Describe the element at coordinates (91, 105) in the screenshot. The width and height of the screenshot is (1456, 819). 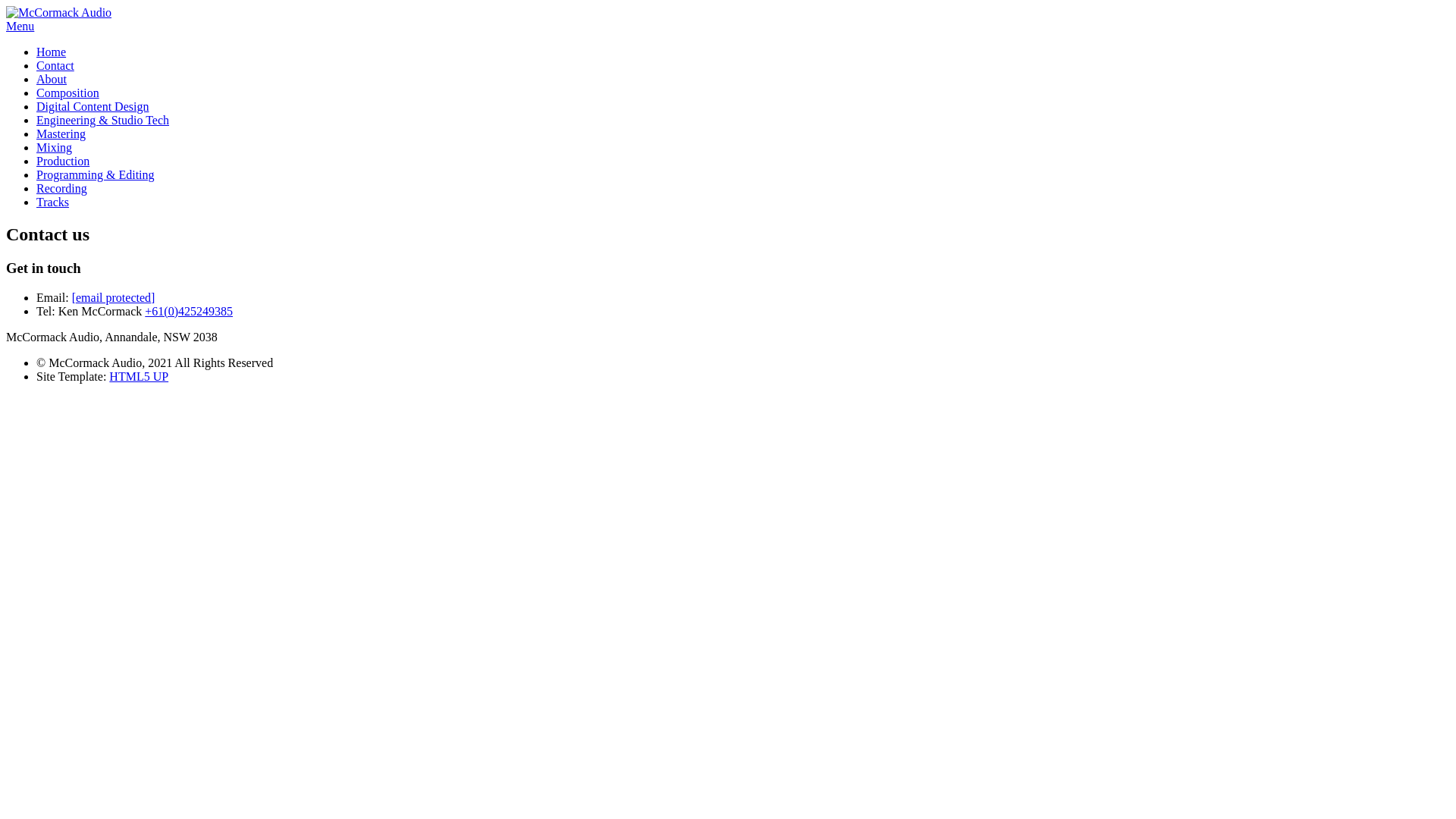
I see `'Digital Content Design'` at that location.